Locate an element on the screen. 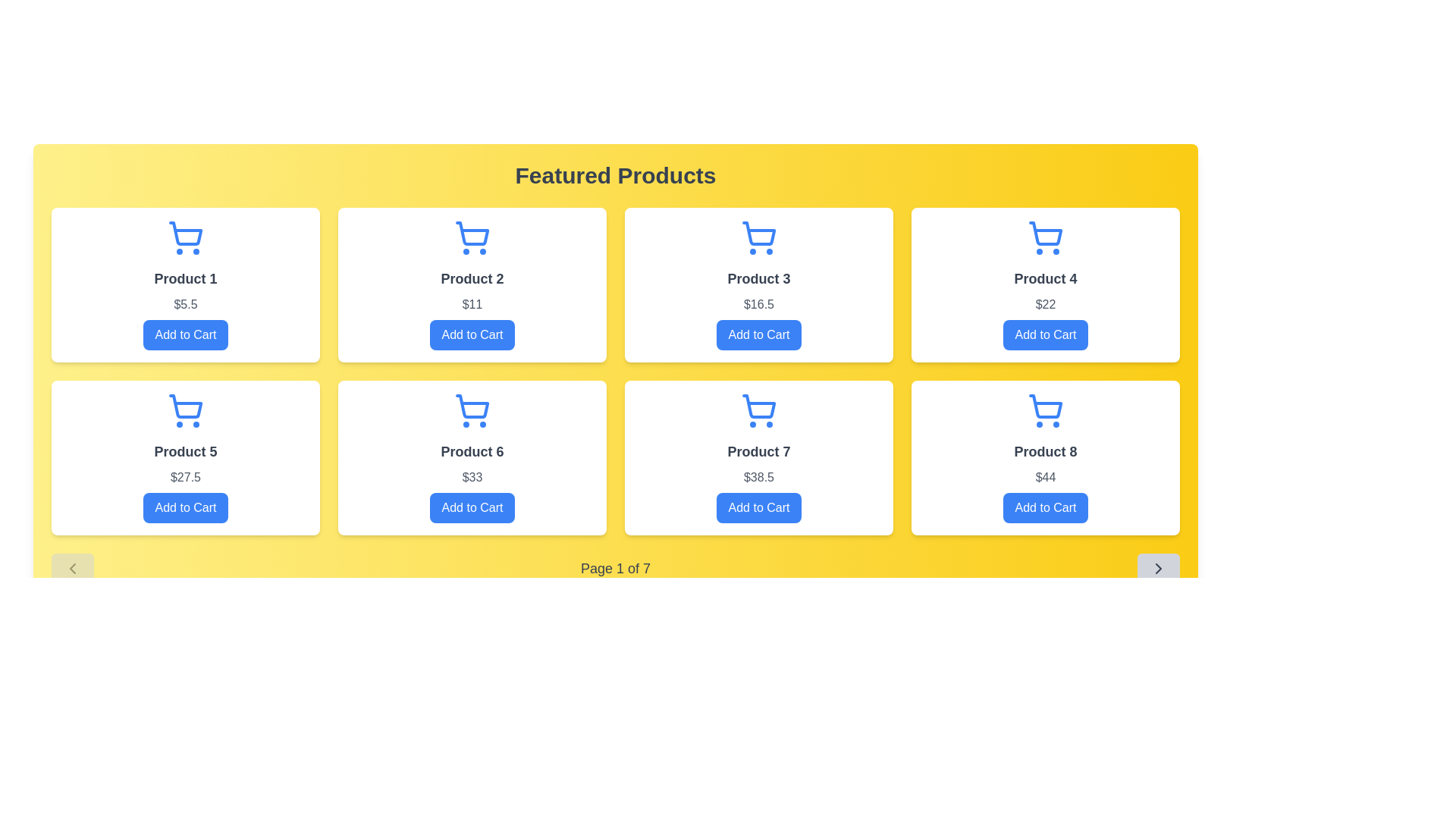 This screenshot has height=819, width=1456. the small rectangular button with a light gray background and rounded corners, located at the bottom-right corner of the layout is located at coordinates (1157, 568).